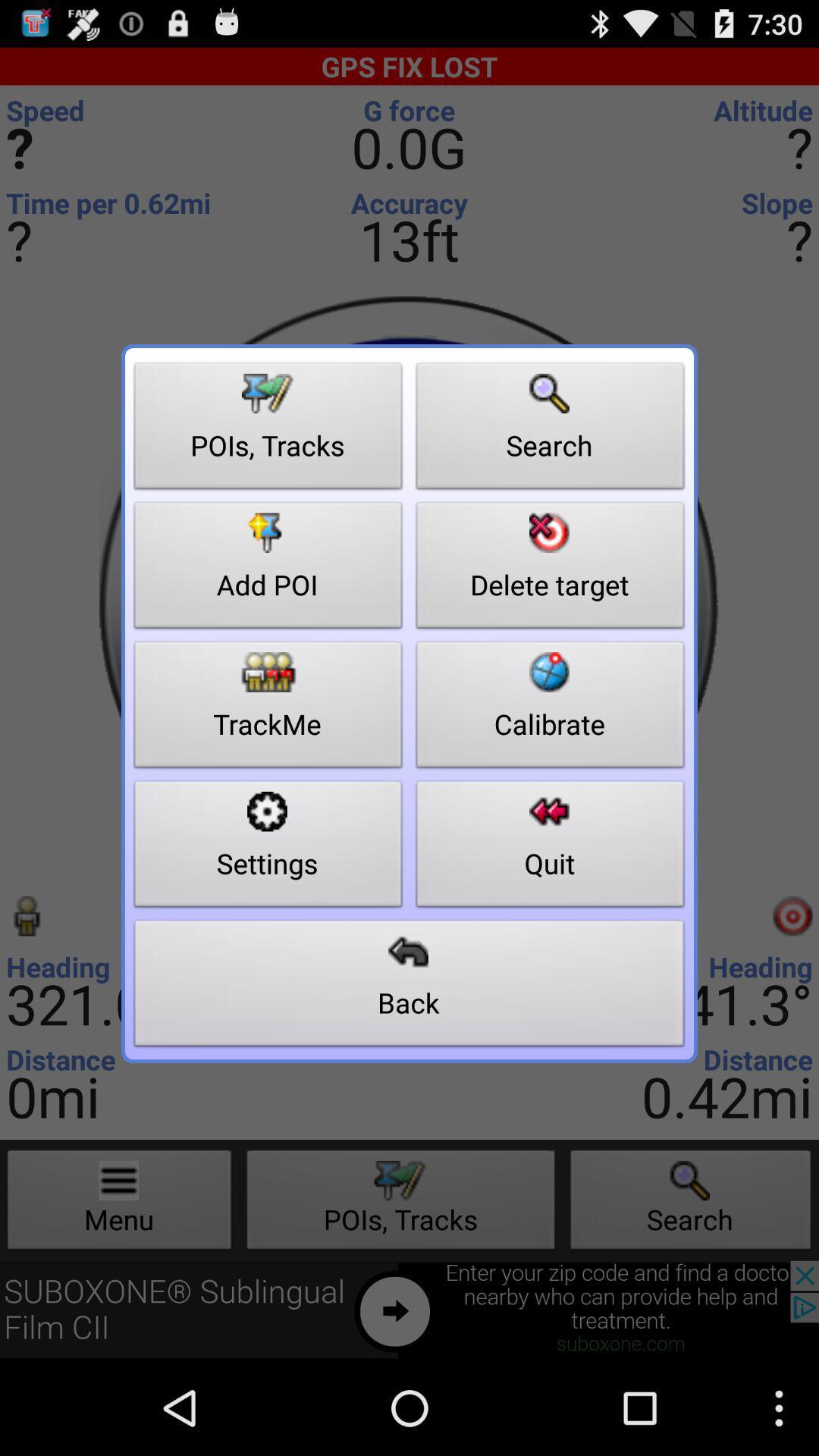  What do you see at coordinates (409, 987) in the screenshot?
I see `button below settings button` at bounding box center [409, 987].